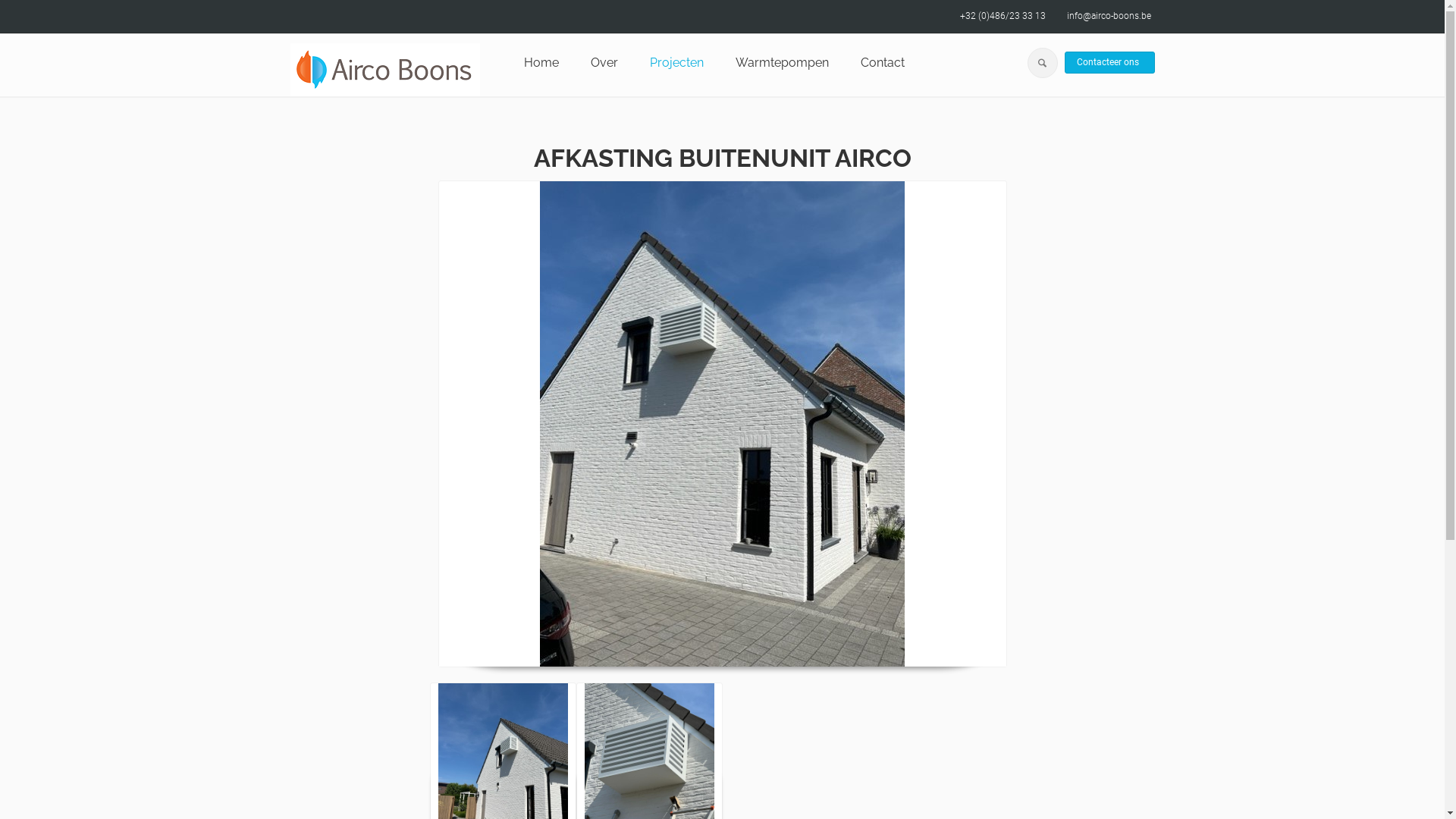 The height and width of the screenshot is (819, 1456). Describe the element at coordinates (1109, 62) in the screenshot. I see `'Contacteer ons'` at that location.